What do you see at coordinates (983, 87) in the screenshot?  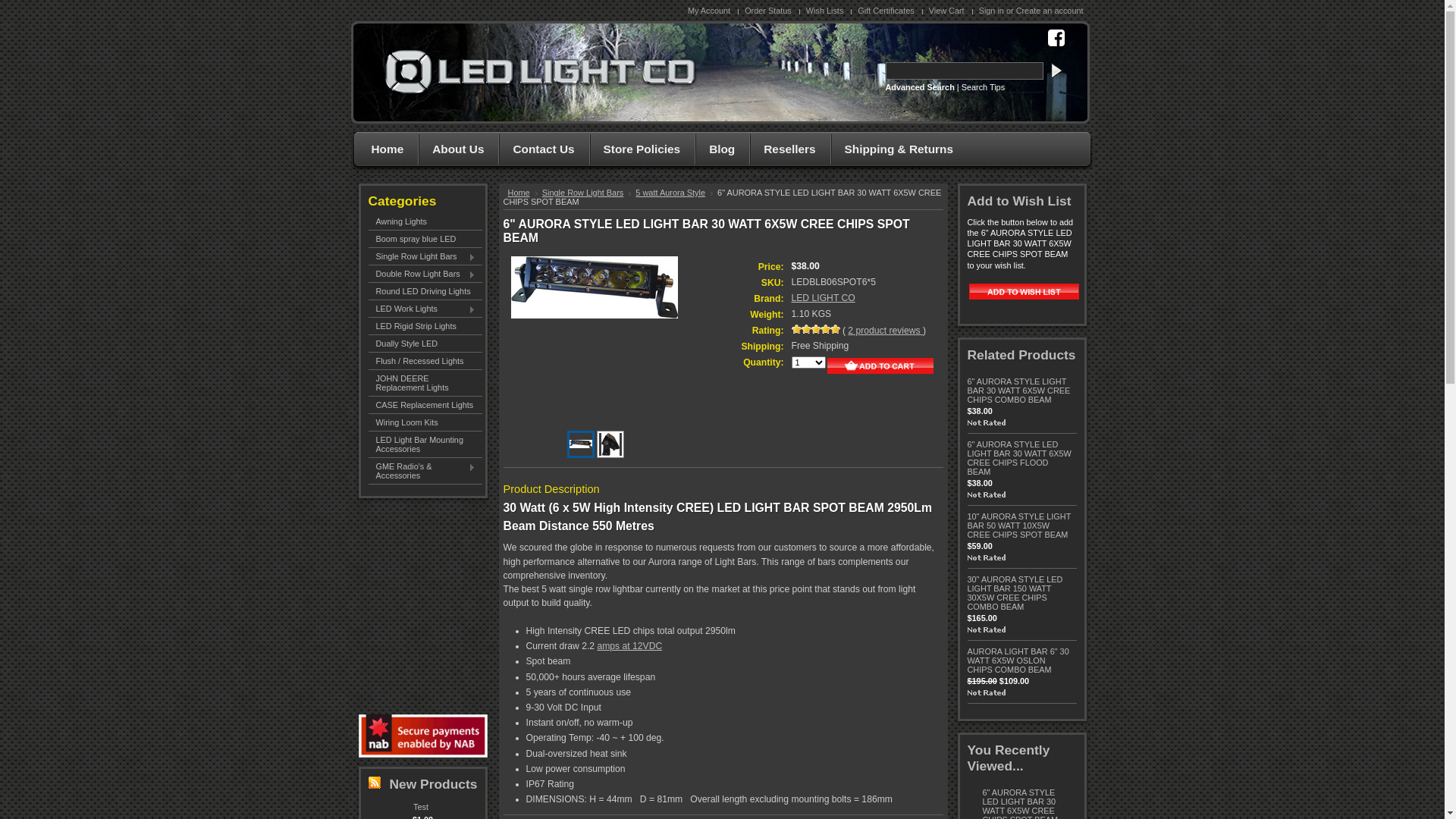 I see `'Search Tips'` at bounding box center [983, 87].